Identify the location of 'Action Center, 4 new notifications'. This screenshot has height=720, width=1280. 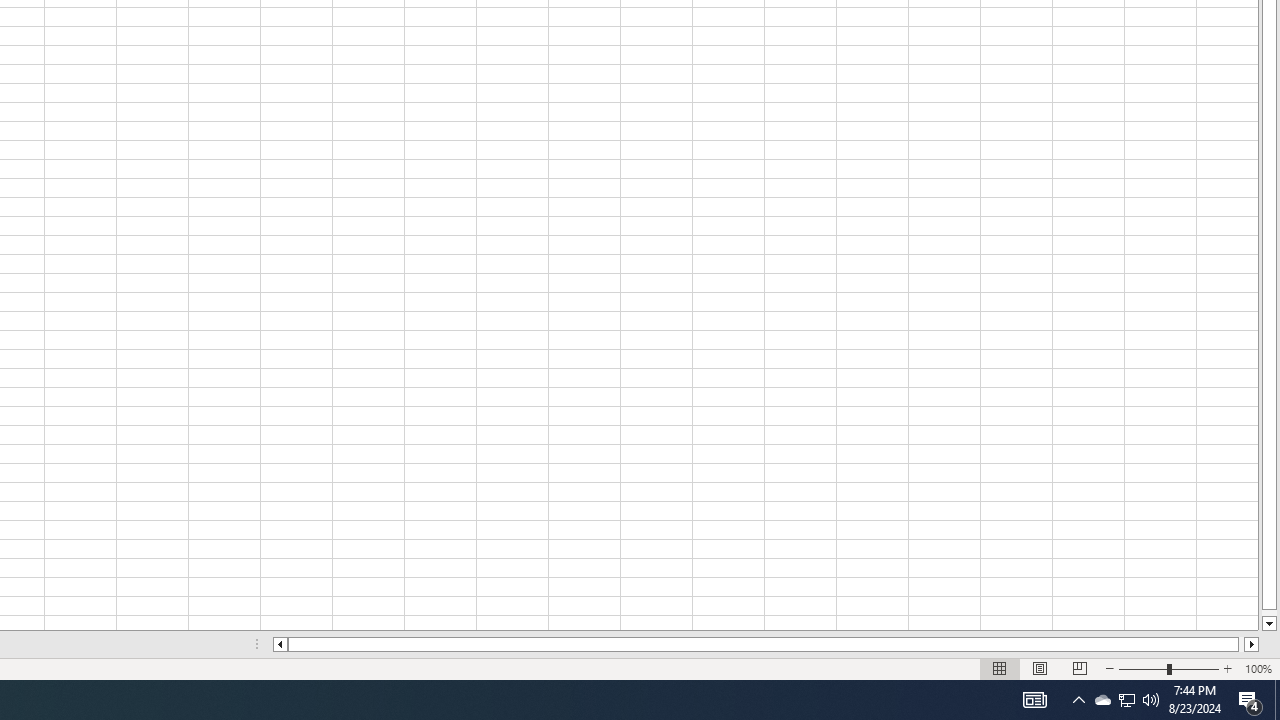
(1250, 698).